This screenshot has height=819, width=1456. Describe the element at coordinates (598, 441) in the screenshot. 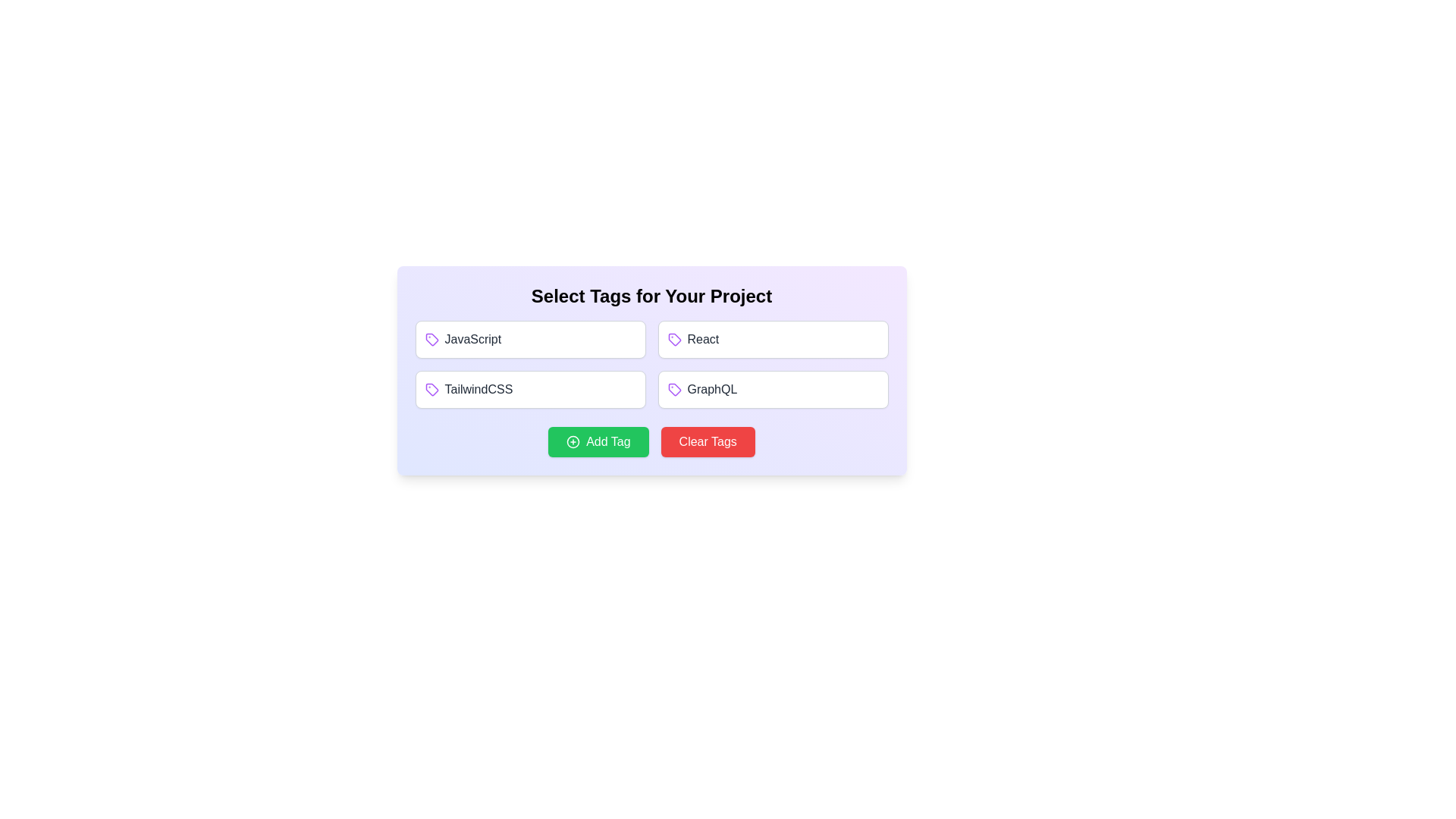

I see `the 'Add Tag' button to add a new tag` at that location.